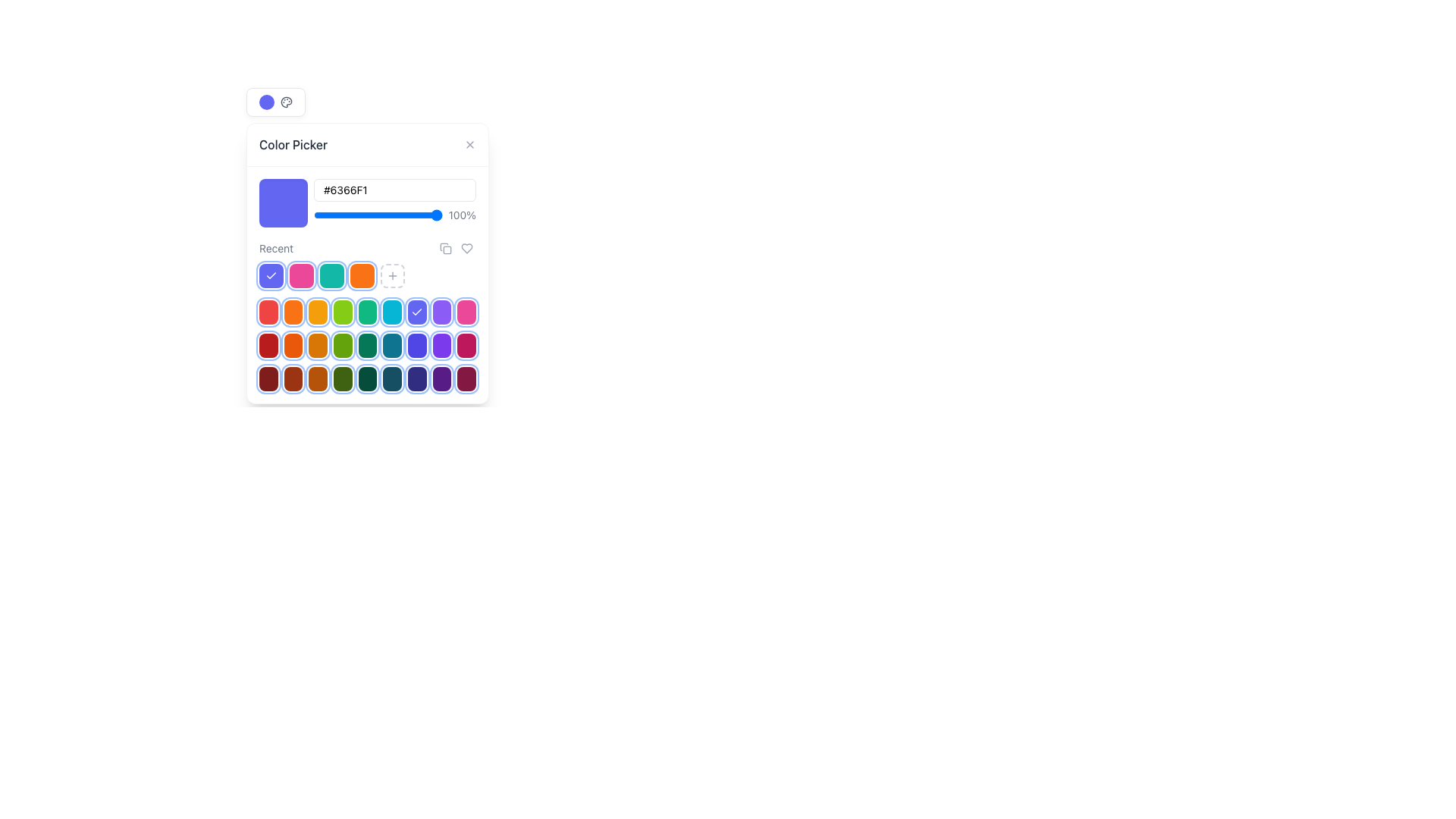 The height and width of the screenshot is (819, 1456). What do you see at coordinates (393, 275) in the screenshot?
I see `the small plus icon button, which is styled with thin strokes inside a dashed circle` at bounding box center [393, 275].